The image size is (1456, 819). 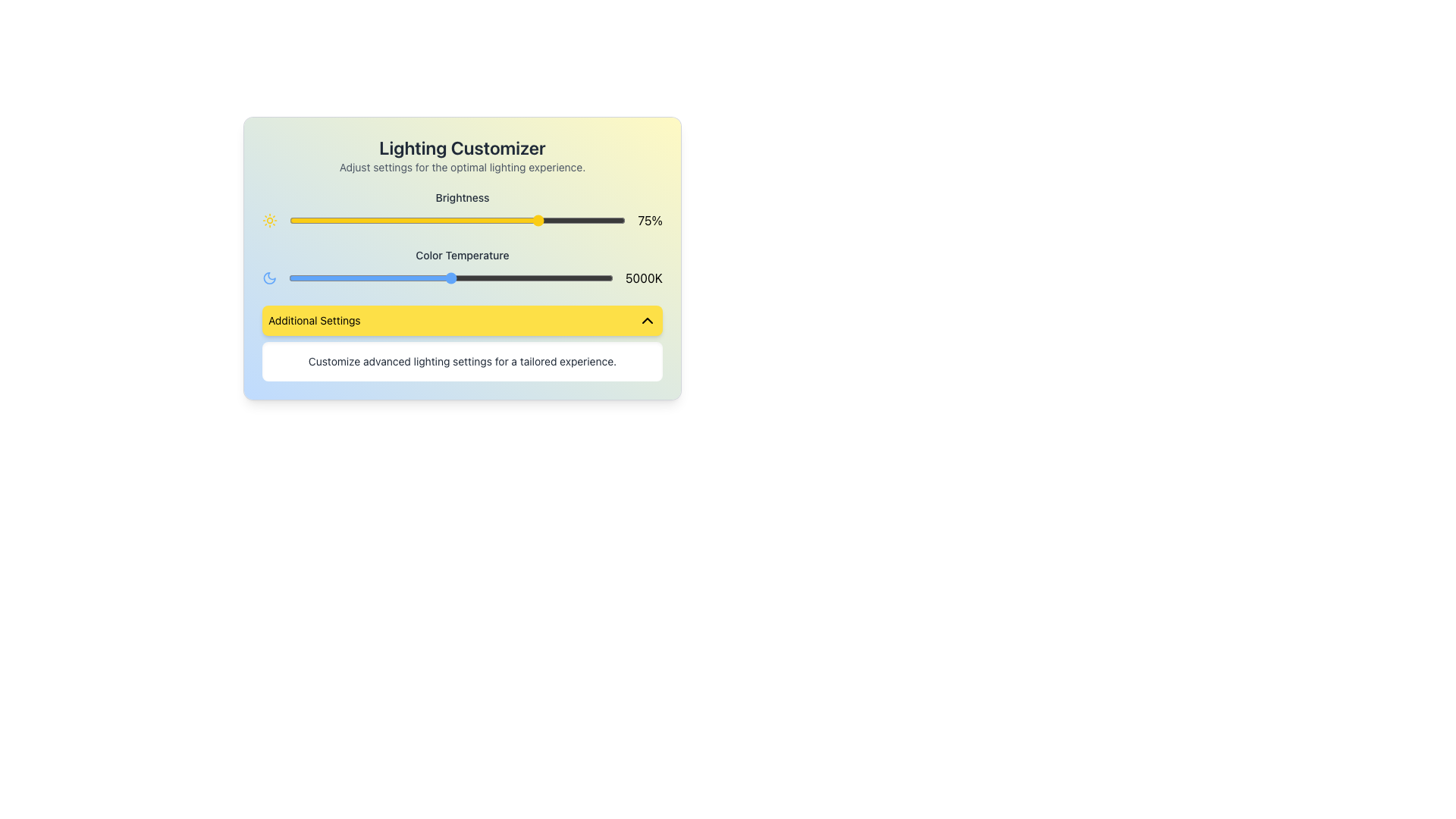 What do you see at coordinates (461, 362) in the screenshot?
I see `the static text element displaying 'Customize advanced lighting settings for a tailored experience.' which is located below the yellow 'Additional Settings' button in the 'Lighting Customizer' interface` at bounding box center [461, 362].